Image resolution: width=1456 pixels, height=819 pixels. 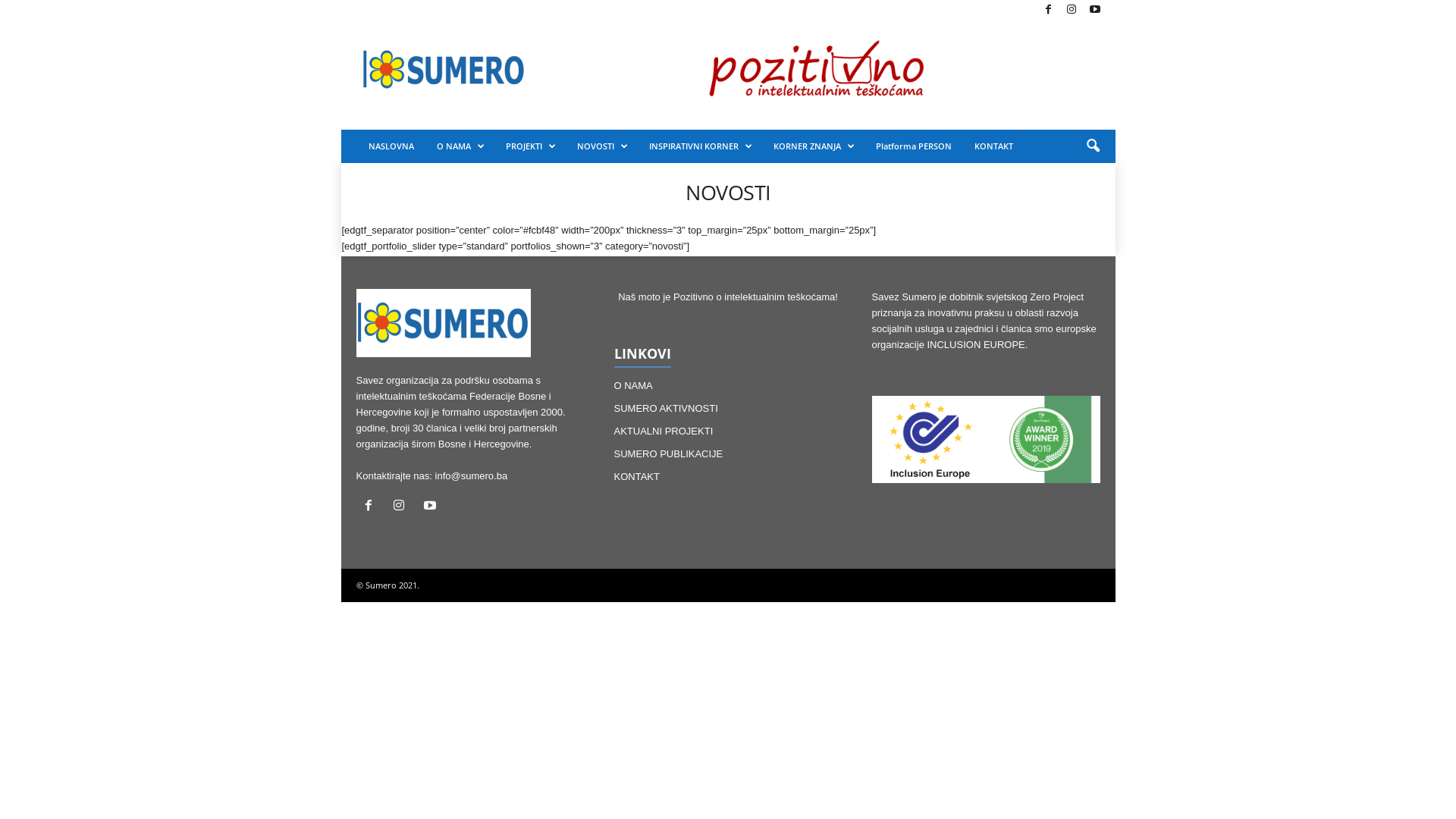 I want to click on 'KORNER ZNANJA', so click(x=811, y=146).